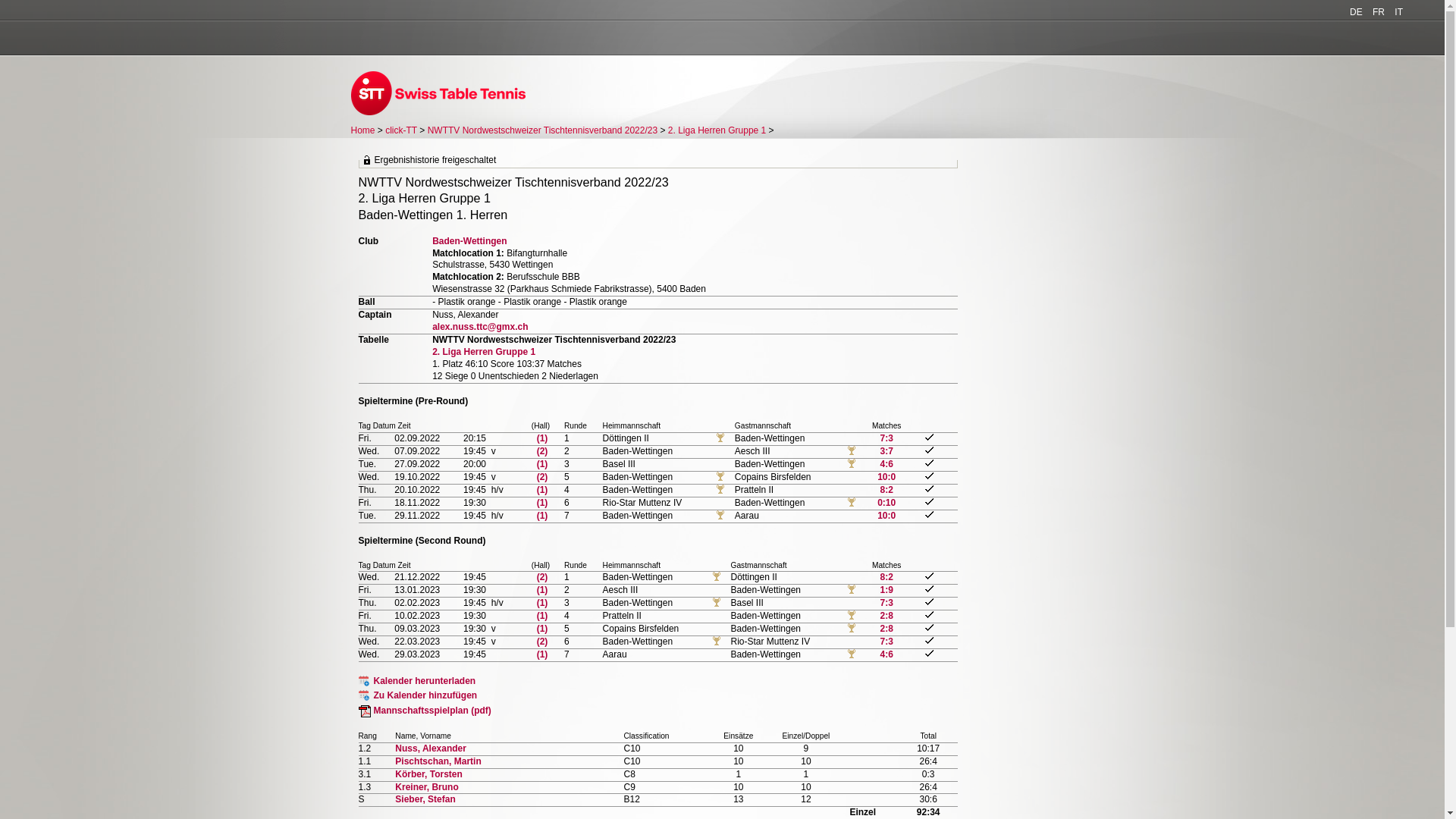  Describe the element at coordinates (852, 616) in the screenshot. I see `'Victory'` at that location.